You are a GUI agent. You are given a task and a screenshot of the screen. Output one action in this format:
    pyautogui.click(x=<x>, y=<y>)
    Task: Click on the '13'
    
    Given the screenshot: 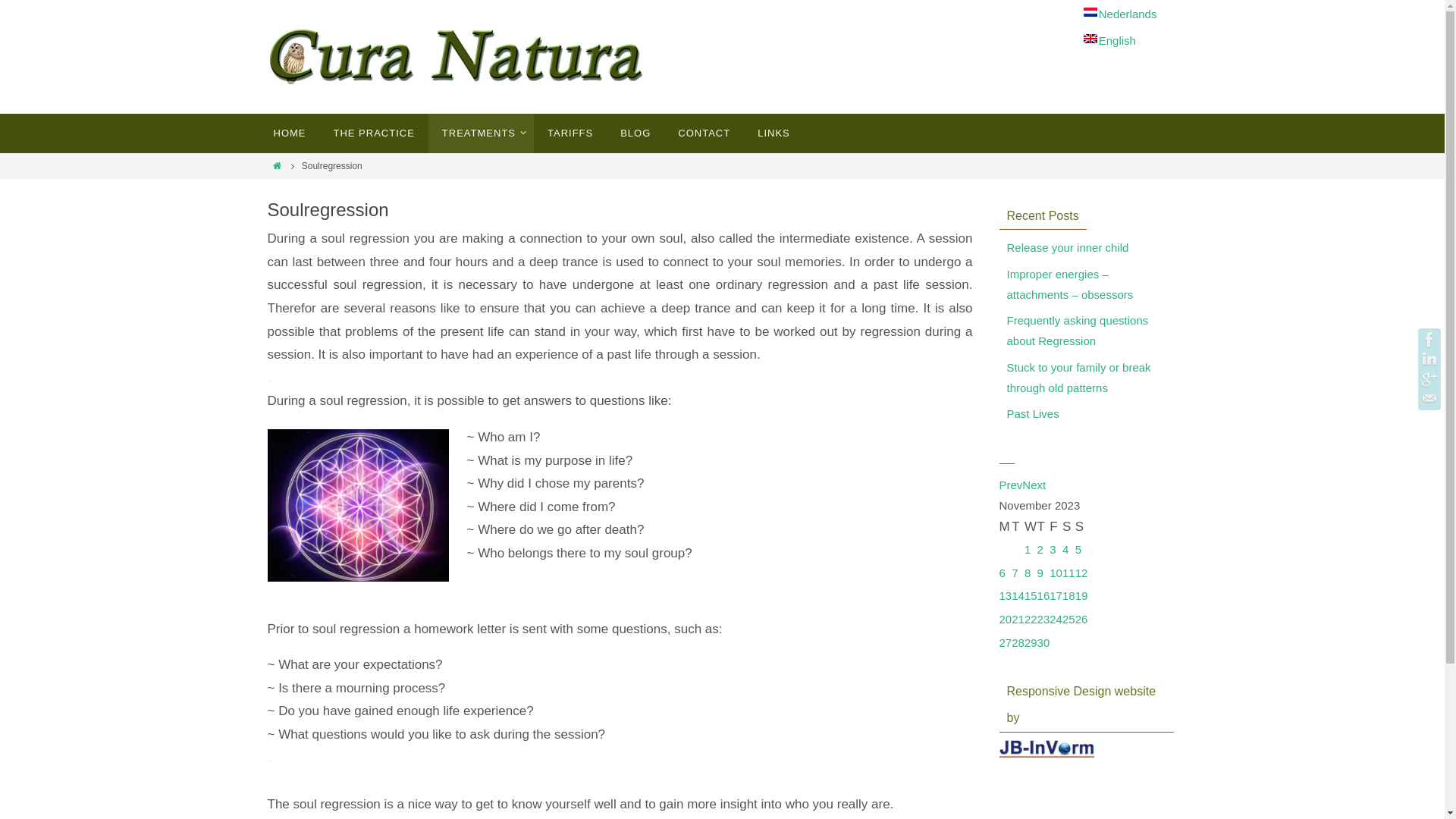 What is the action you would take?
    pyautogui.click(x=999, y=595)
    